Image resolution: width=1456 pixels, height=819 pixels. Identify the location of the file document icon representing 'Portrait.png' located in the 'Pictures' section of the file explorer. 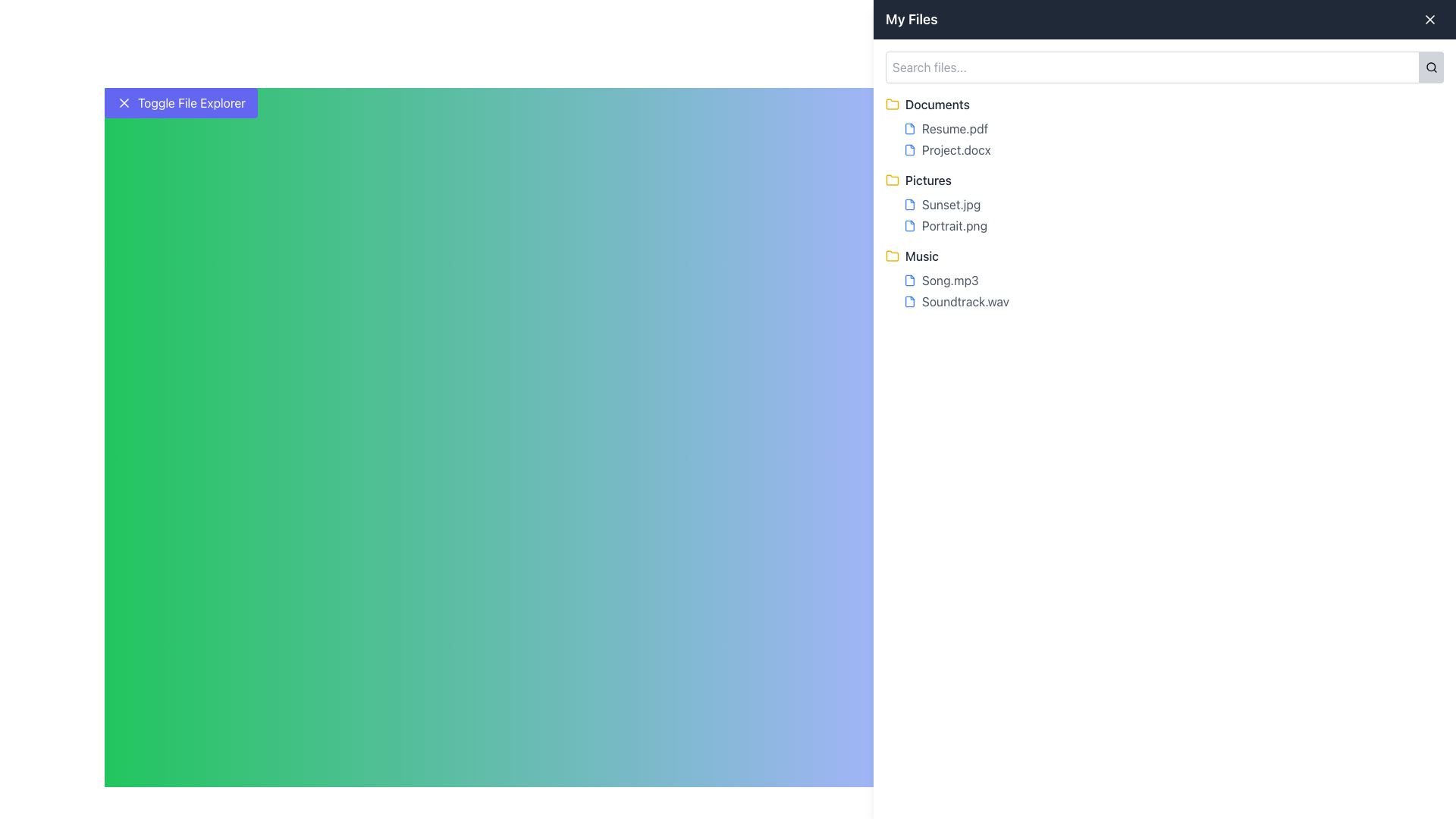
(910, 225).